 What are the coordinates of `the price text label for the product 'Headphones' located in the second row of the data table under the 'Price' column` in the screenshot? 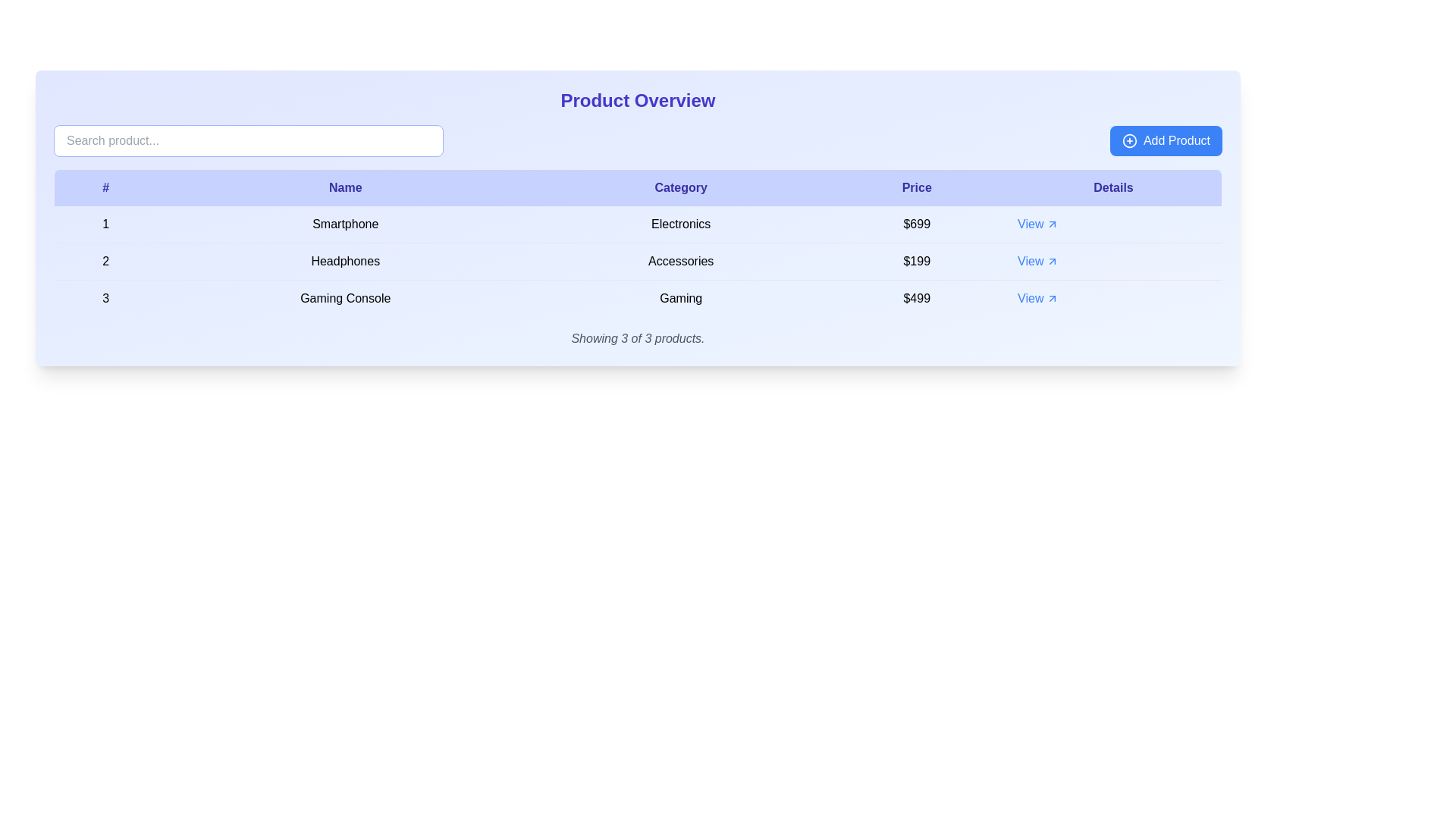 It's located at (916, 260).